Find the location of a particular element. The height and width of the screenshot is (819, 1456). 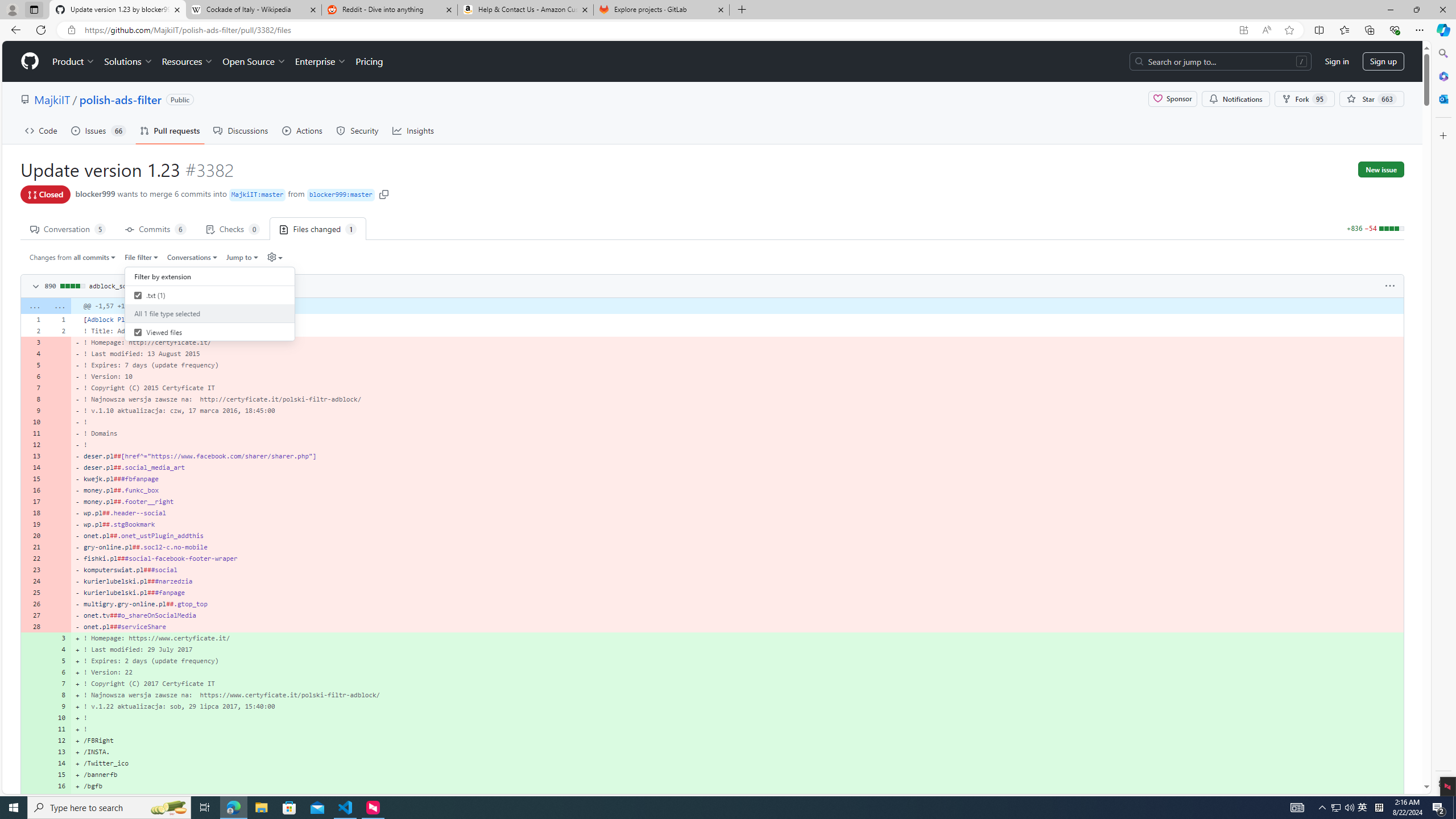

'...' is located at coordinates (58, 305).